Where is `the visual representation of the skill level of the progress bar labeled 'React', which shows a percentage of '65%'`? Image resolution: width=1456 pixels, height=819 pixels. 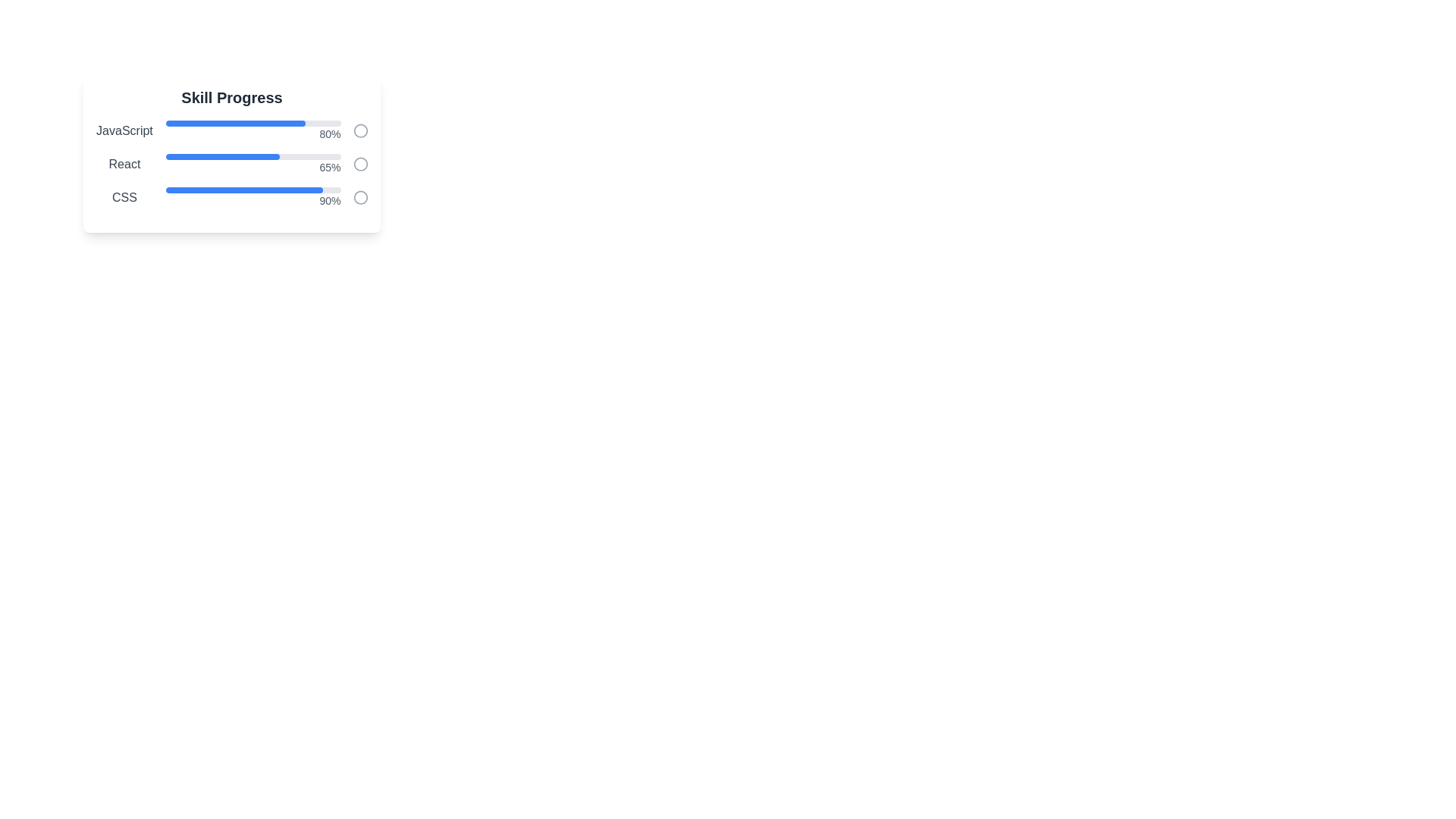
the visual representation of the skill level of the progress bar labeled 'React', which shows a percentage of '65%' is located at coordinates (231, 164).